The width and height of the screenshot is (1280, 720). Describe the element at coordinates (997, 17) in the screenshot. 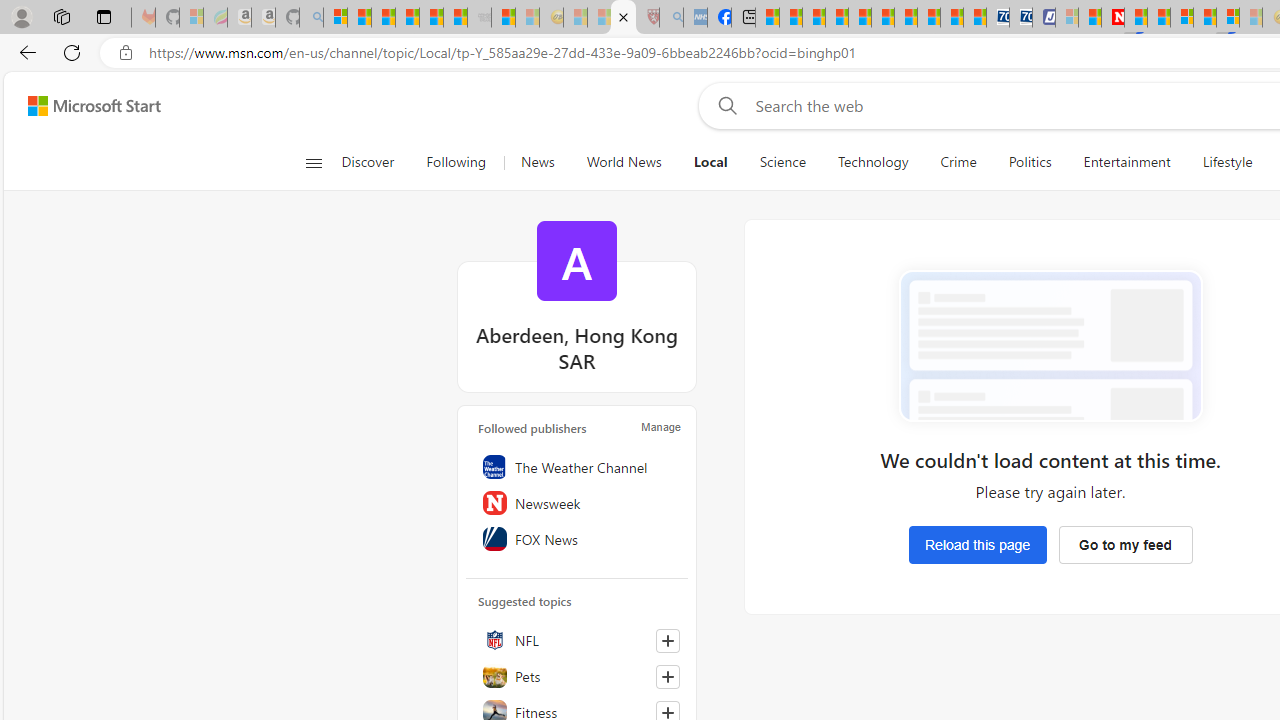

I see `'Cheap Car Rentals - Save70.com'` at that location.